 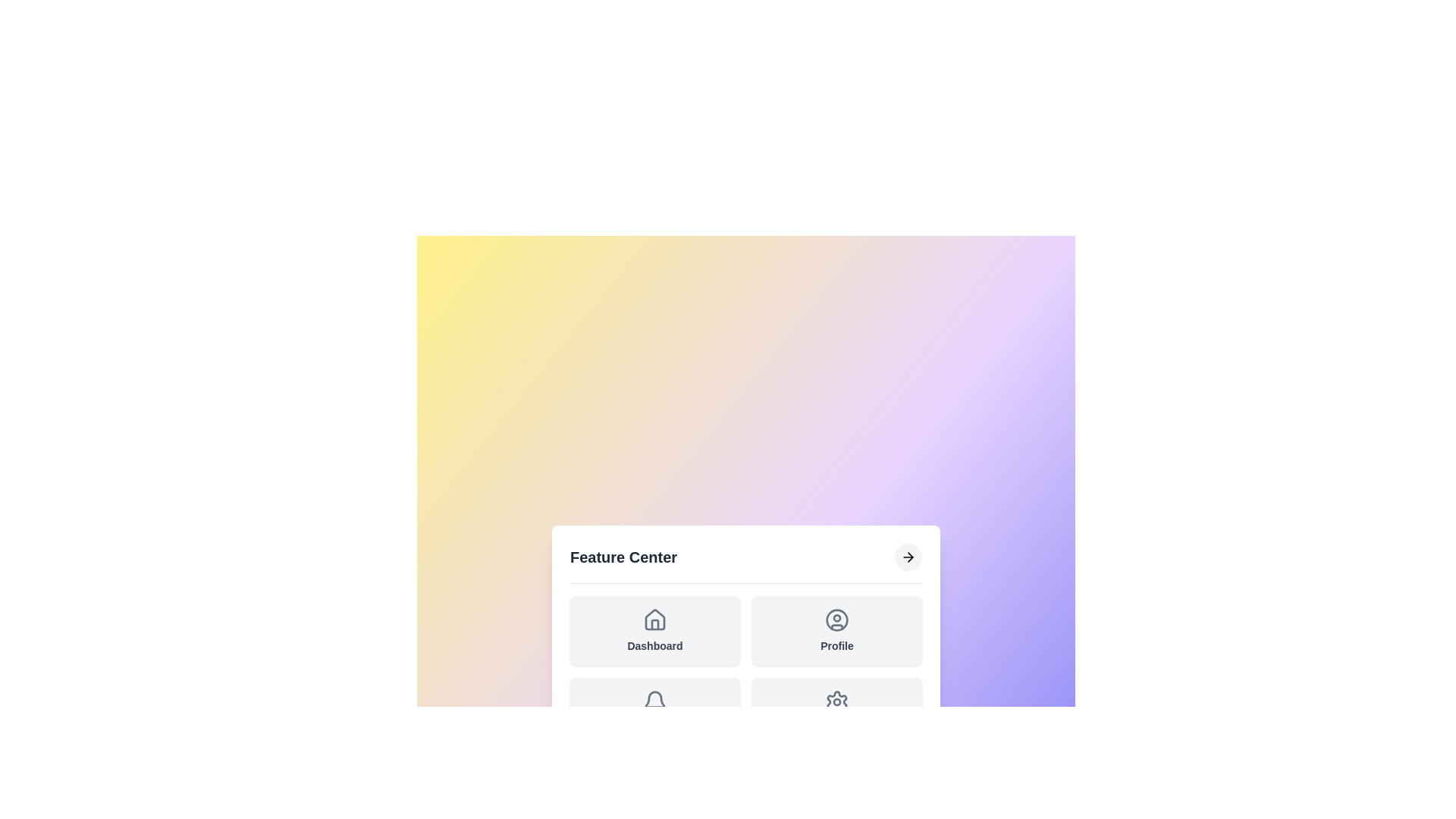 What do you see at coordinates (655, 712) in the screenshot?
I see `the 'Notifications' feature to select it` at bounding box center [655, 712].